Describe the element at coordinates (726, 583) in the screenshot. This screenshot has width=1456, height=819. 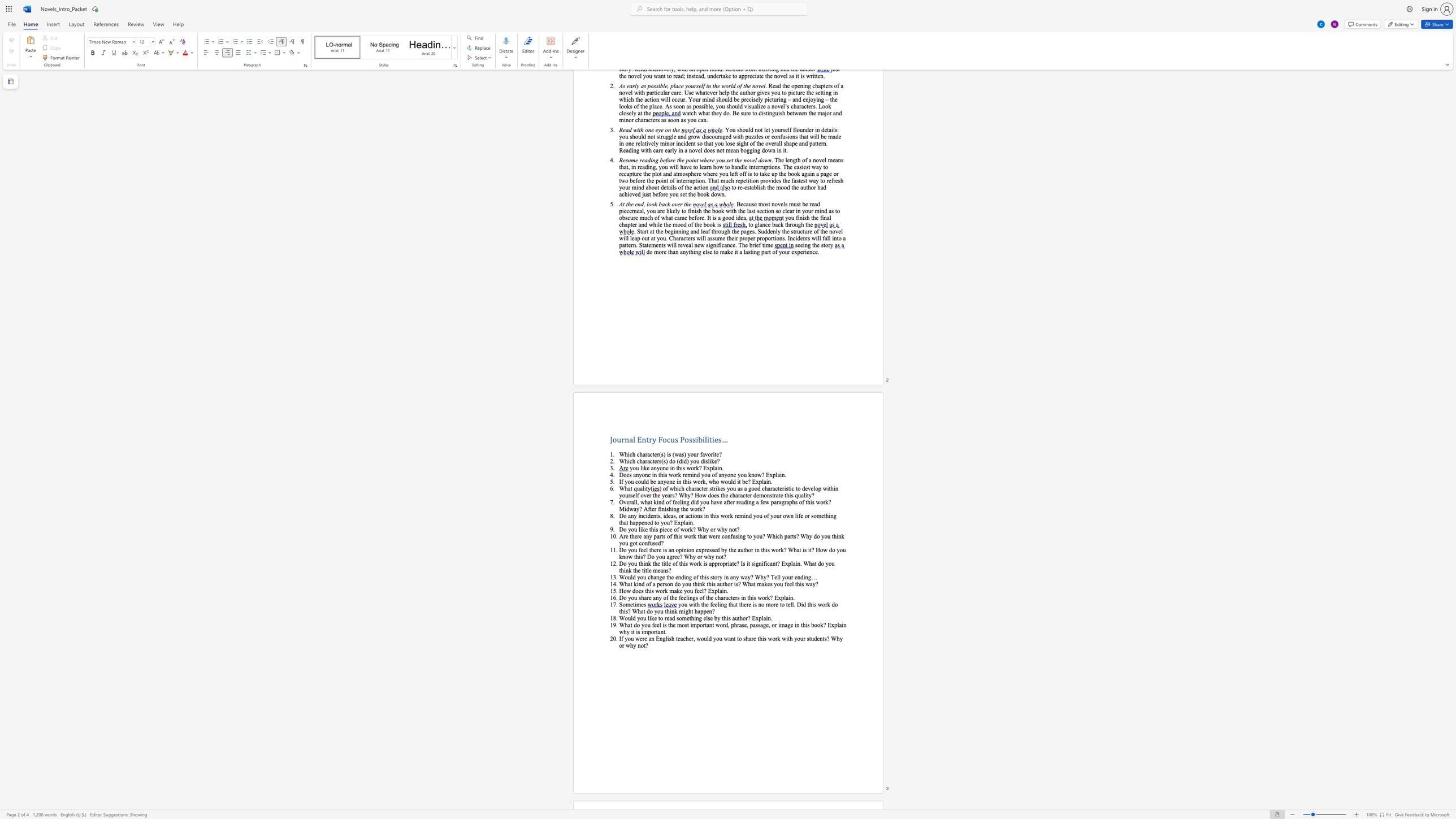
I see `the subset text "or is? What" within the text "What kind of a person do you think this author is? What makes you feel this way?"` at that location.